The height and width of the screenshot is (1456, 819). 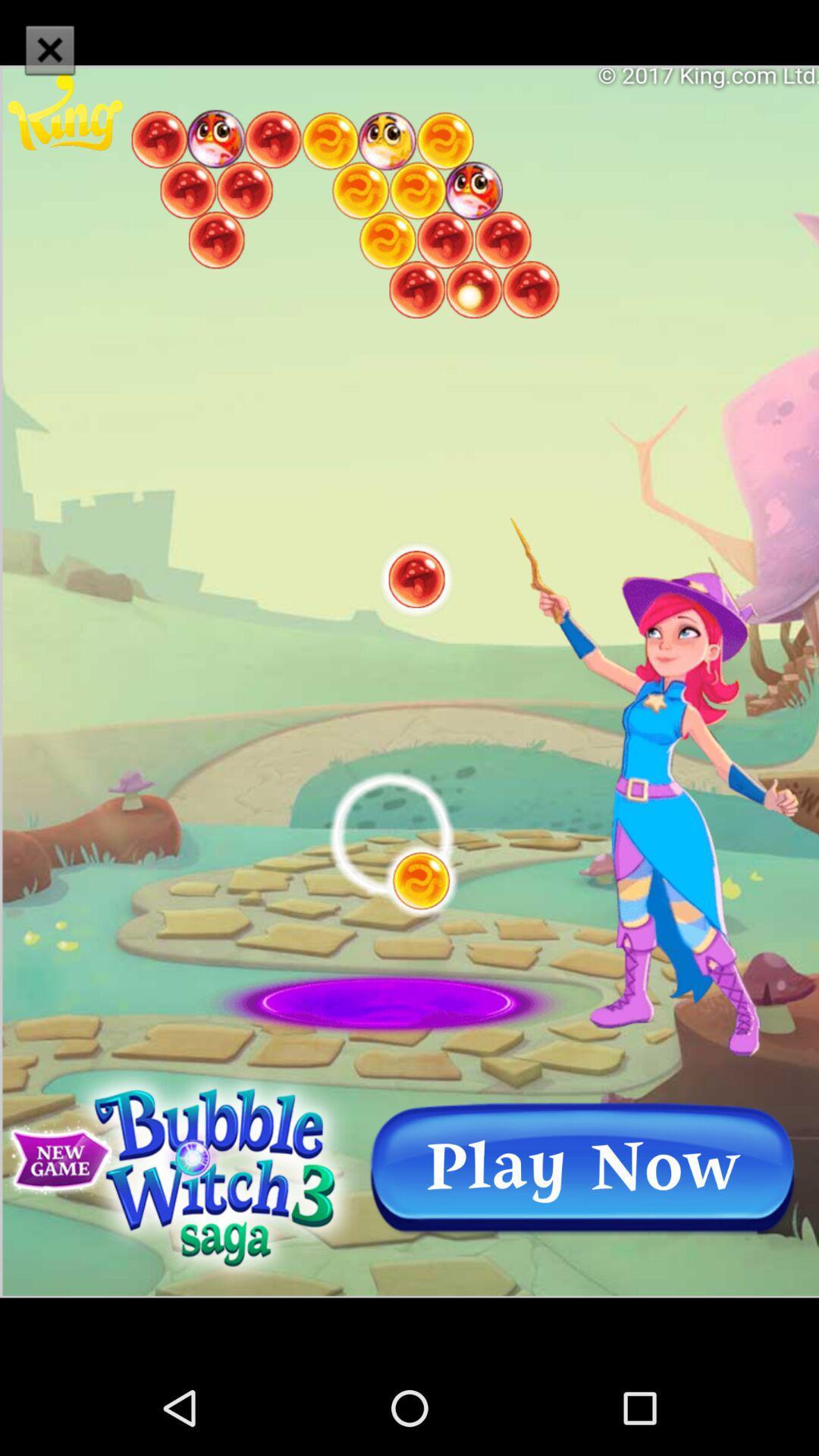 What do you see at coordinates (49, 53) in the screenshot?
I see `the close icon` at bounding box center [49, 53].